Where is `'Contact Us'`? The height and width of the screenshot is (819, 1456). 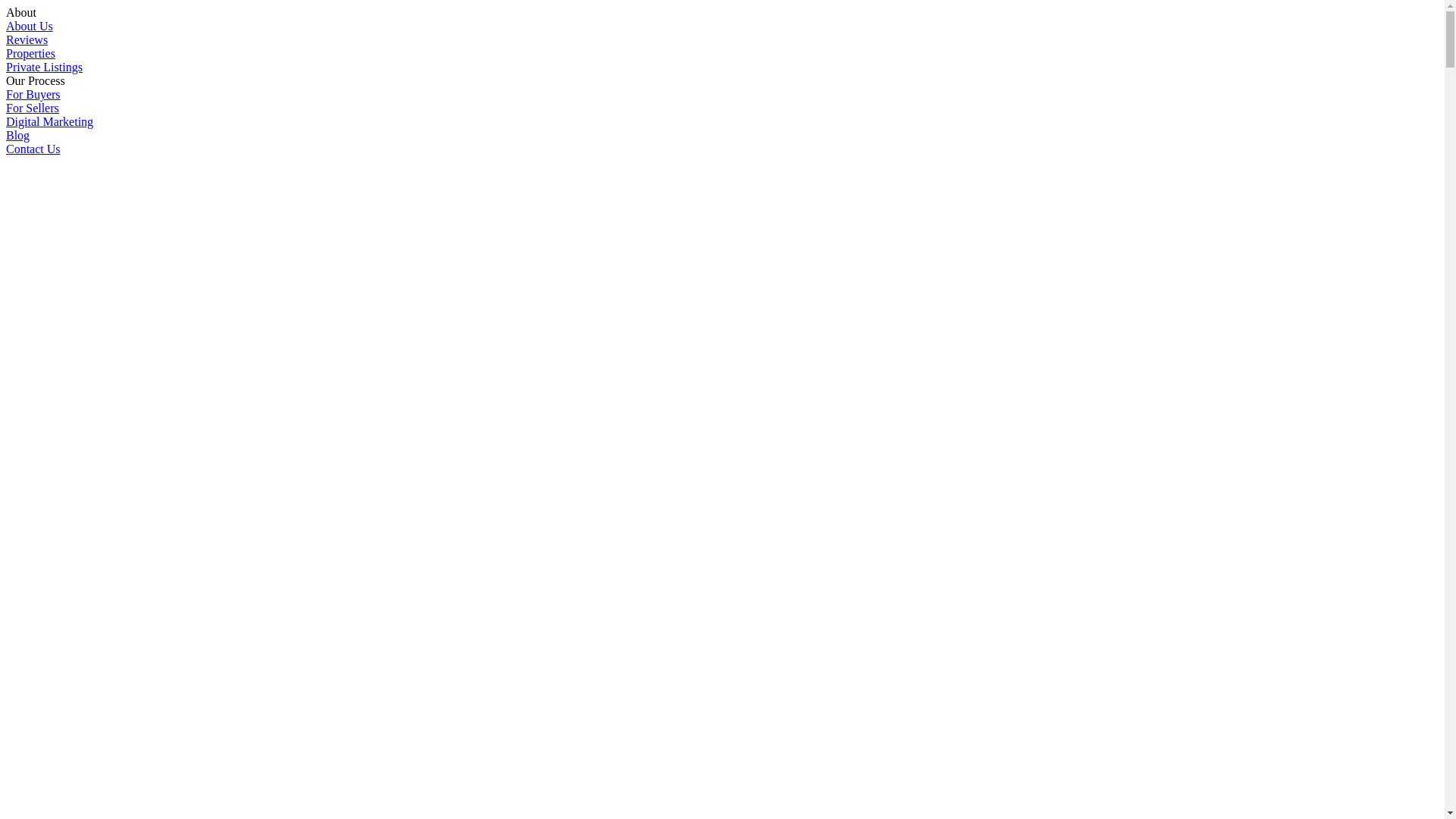
'Contact Us' is located at coordinates (33, 149).